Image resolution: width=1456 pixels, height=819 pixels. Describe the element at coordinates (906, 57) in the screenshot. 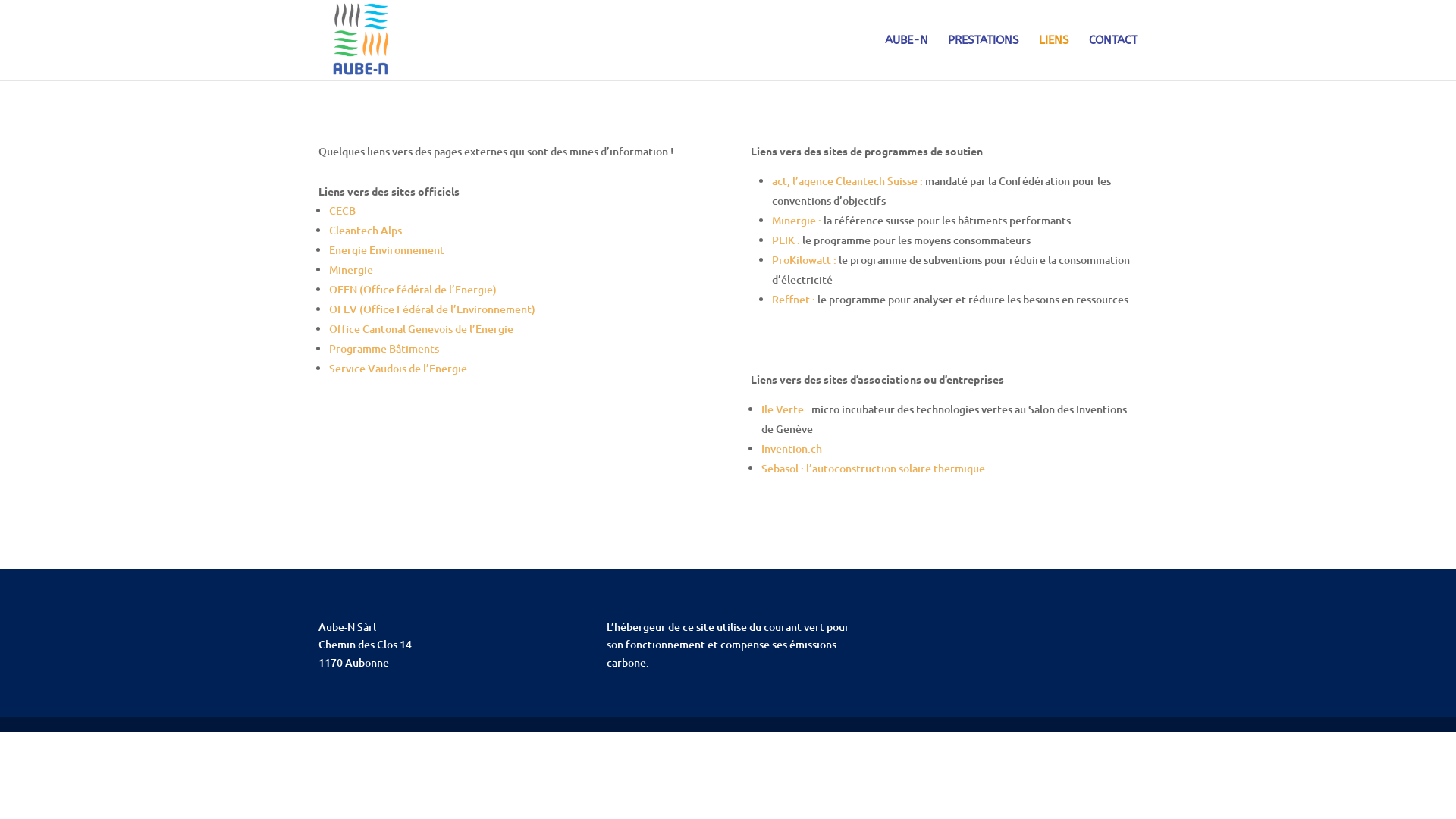

I see `'AUBE-N'` at that location.